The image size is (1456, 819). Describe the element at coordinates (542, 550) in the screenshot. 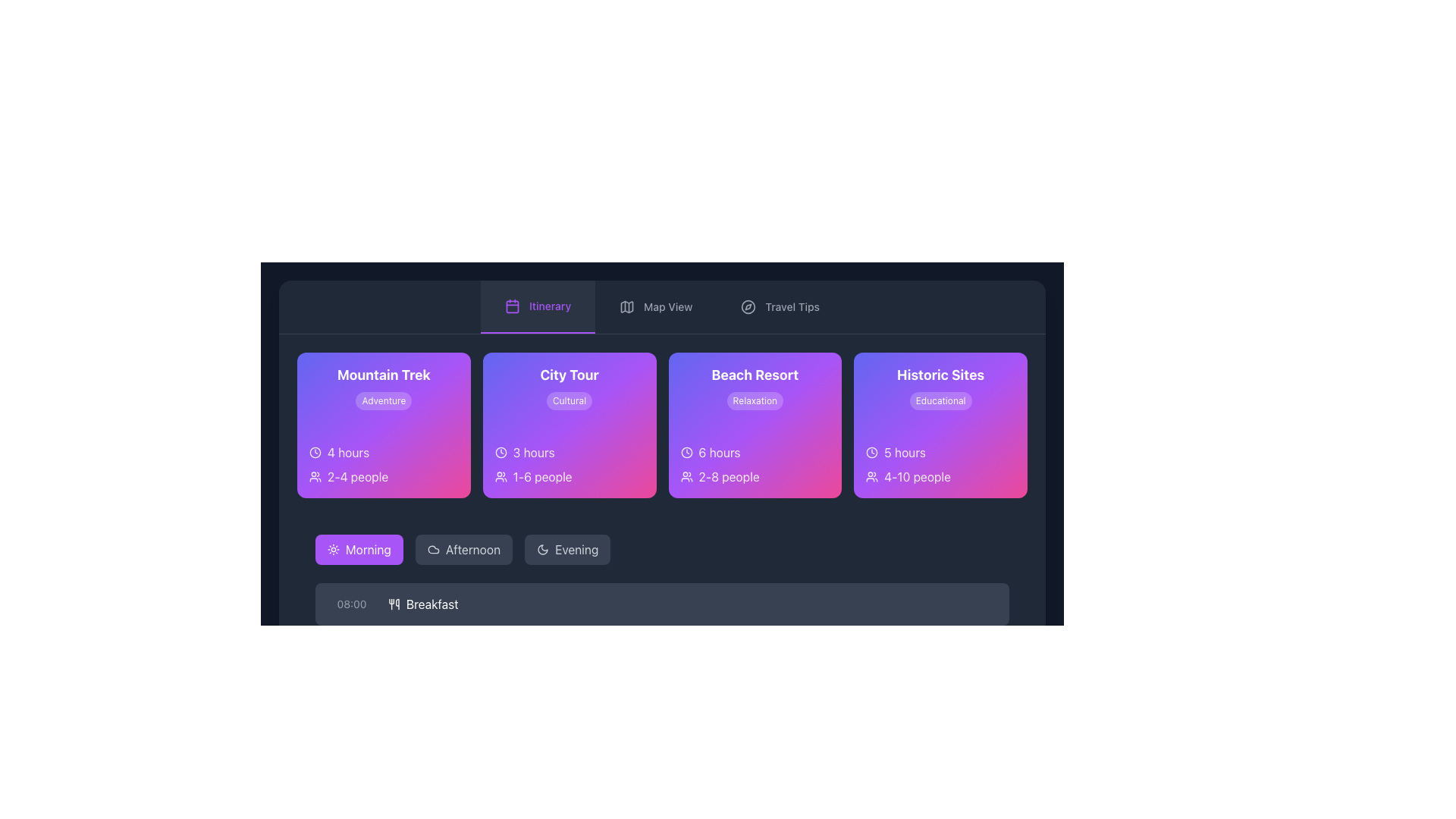

I see `the crescent moon icon located in the navigation bar for accessibility purposes` at that location.